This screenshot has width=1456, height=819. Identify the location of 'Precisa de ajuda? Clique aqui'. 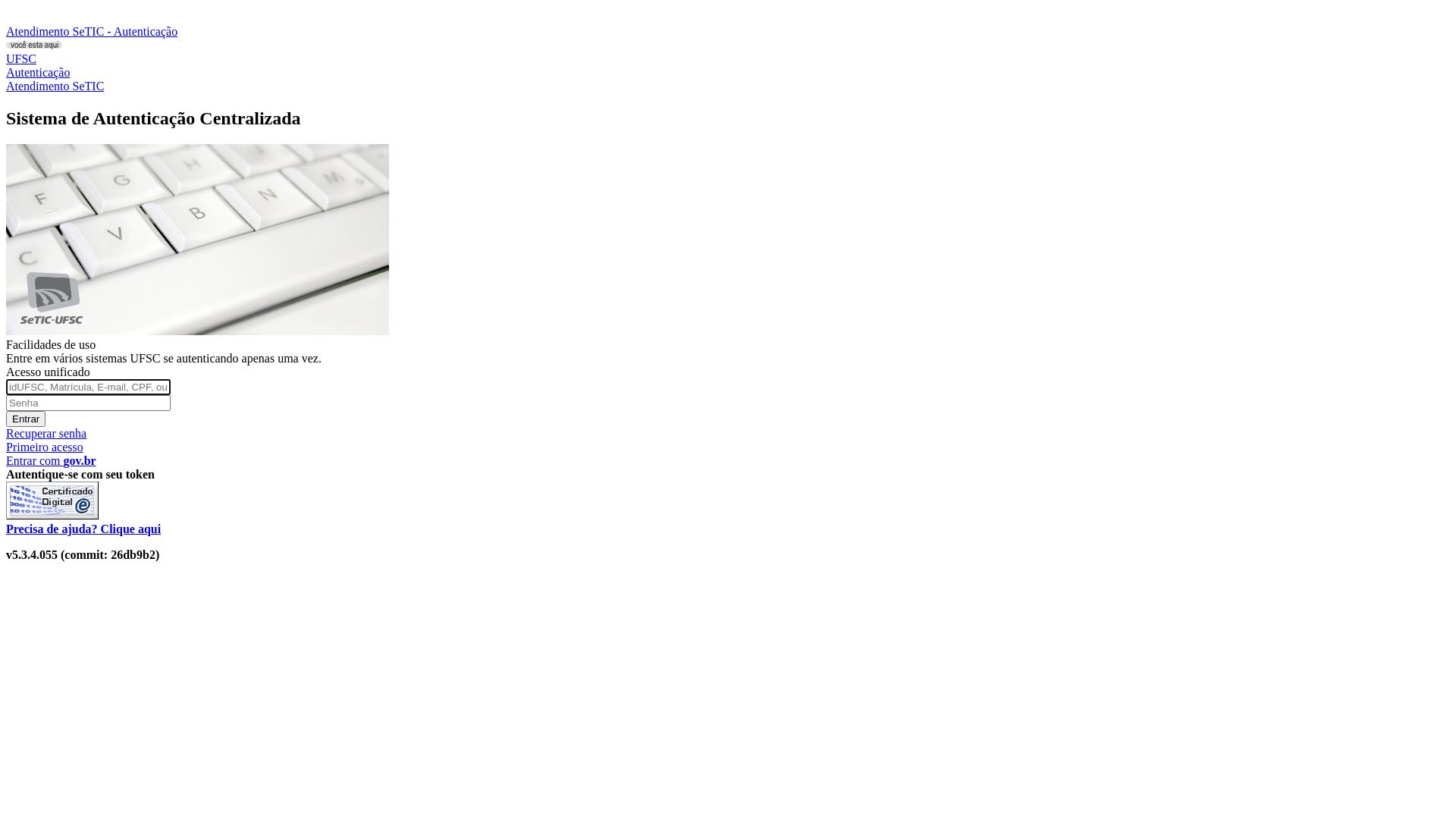
(83, 528).